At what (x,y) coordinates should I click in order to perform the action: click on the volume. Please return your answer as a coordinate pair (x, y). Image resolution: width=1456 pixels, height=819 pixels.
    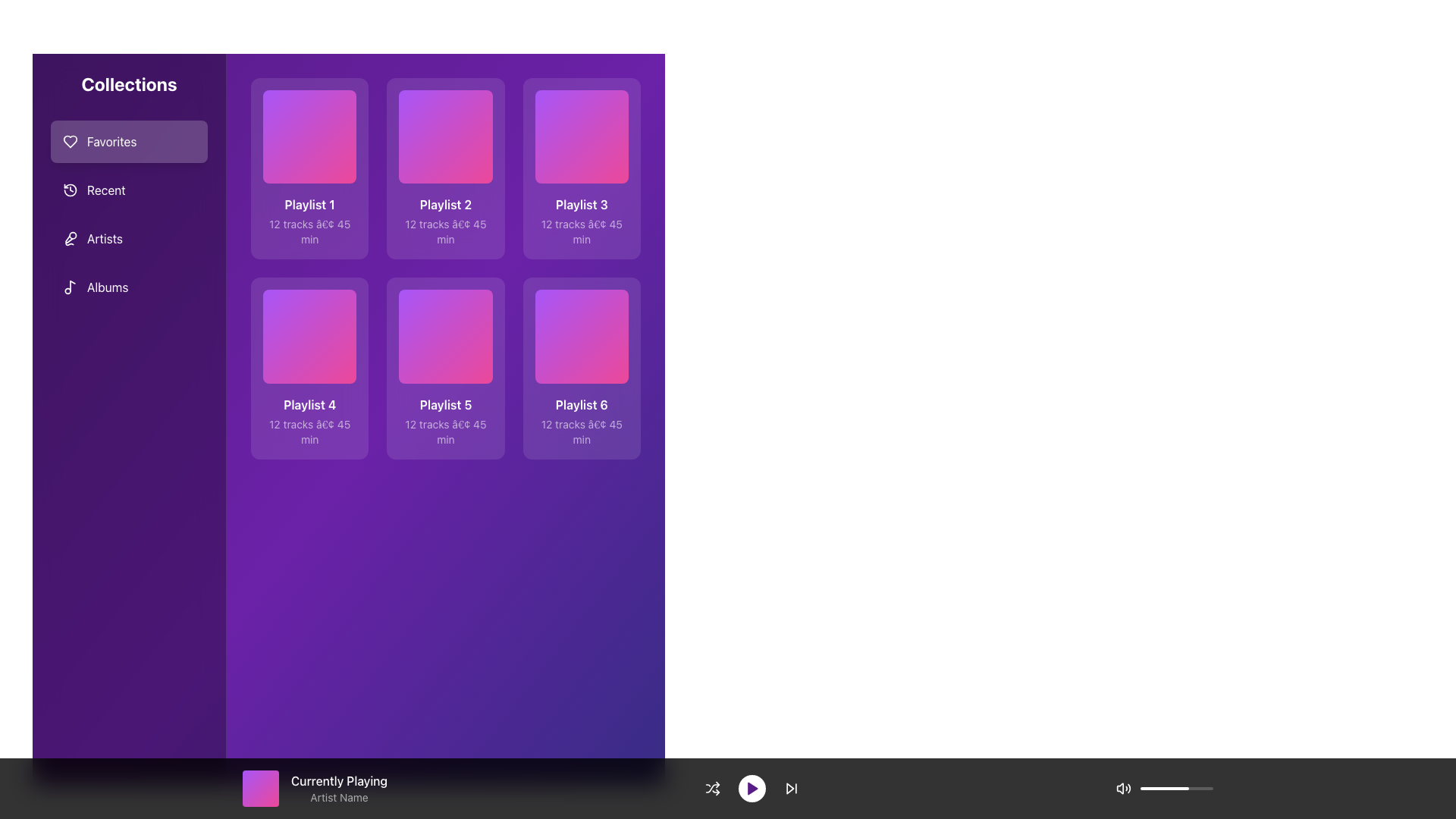
    Looking at the image, I should click on (1169, 788).